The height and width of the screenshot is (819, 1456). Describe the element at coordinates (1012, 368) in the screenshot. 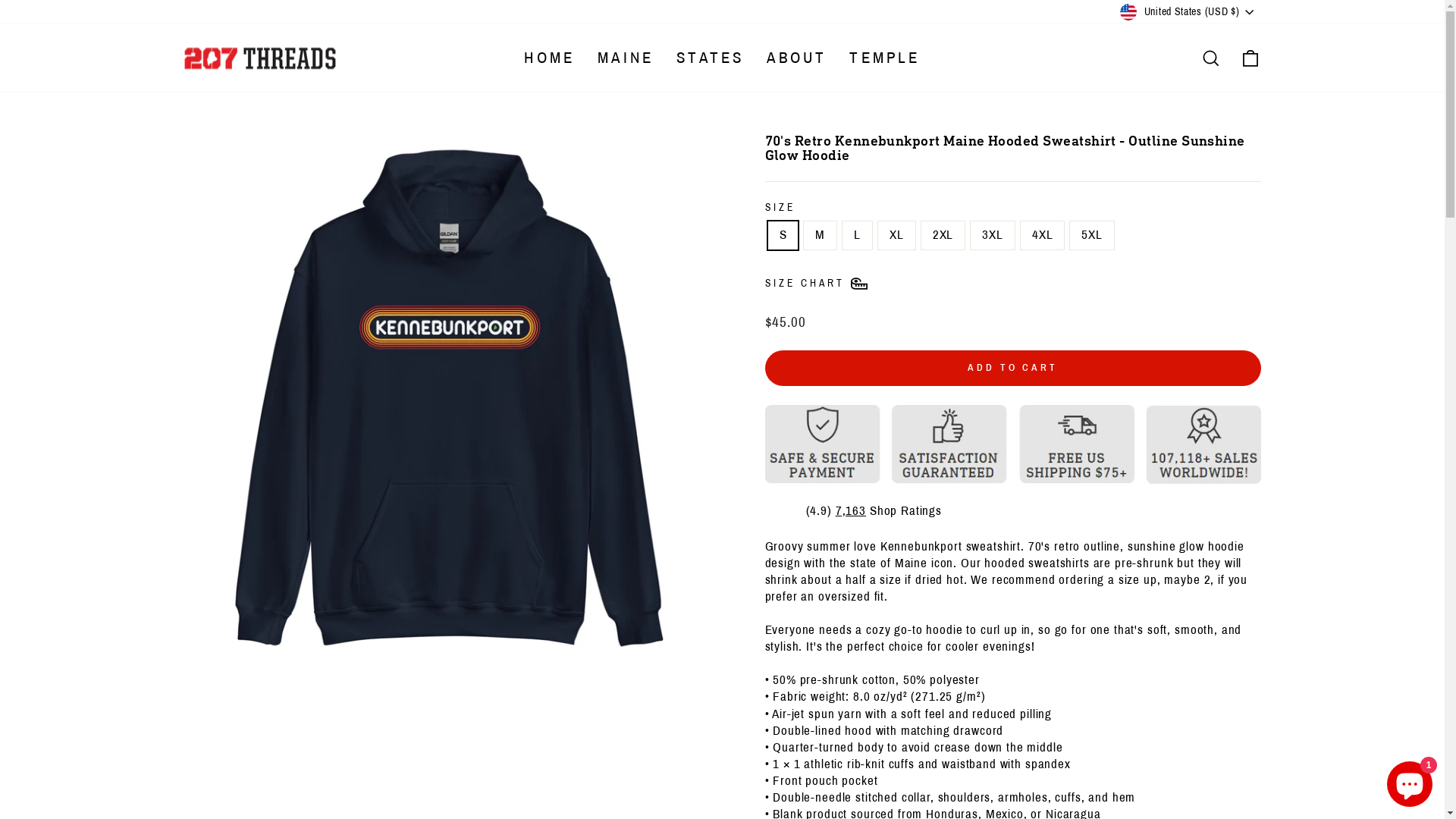

I see `'ADD TO CART'` at that location.